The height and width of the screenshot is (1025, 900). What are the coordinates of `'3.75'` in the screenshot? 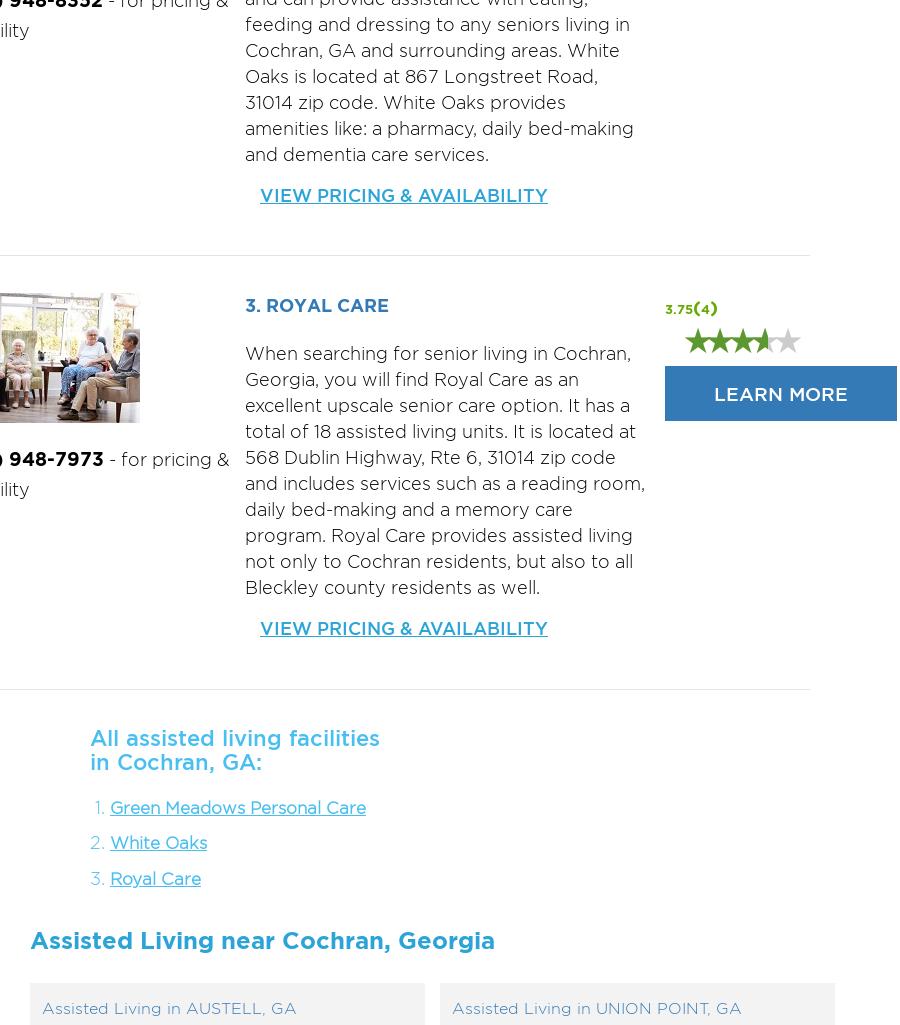 It's located at (676, 309).